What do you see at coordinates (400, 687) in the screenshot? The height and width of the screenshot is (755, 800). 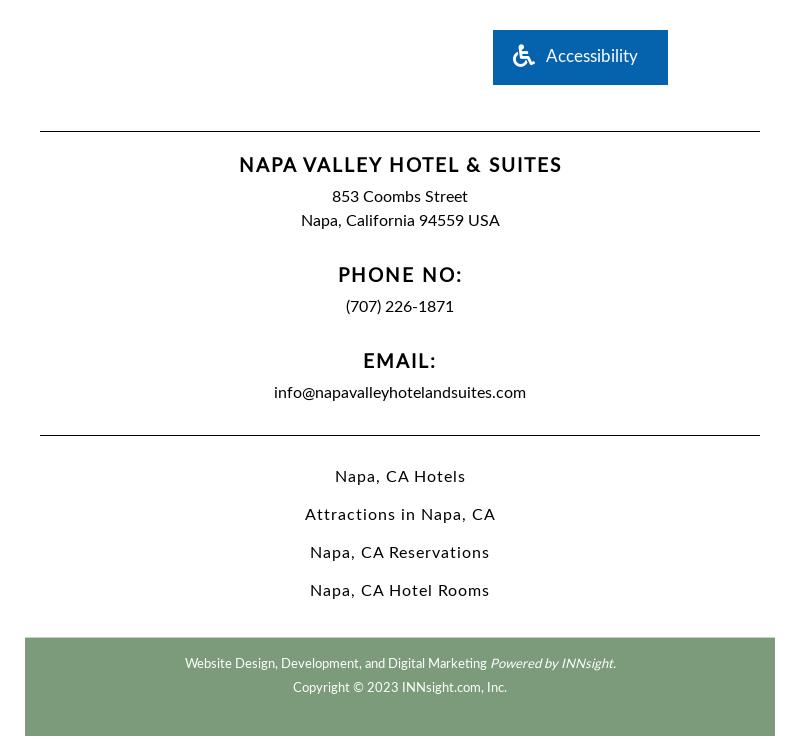 I see `'Copyright © 2023 INNsight.com, Inc.'` at bounding box center [400, 687].